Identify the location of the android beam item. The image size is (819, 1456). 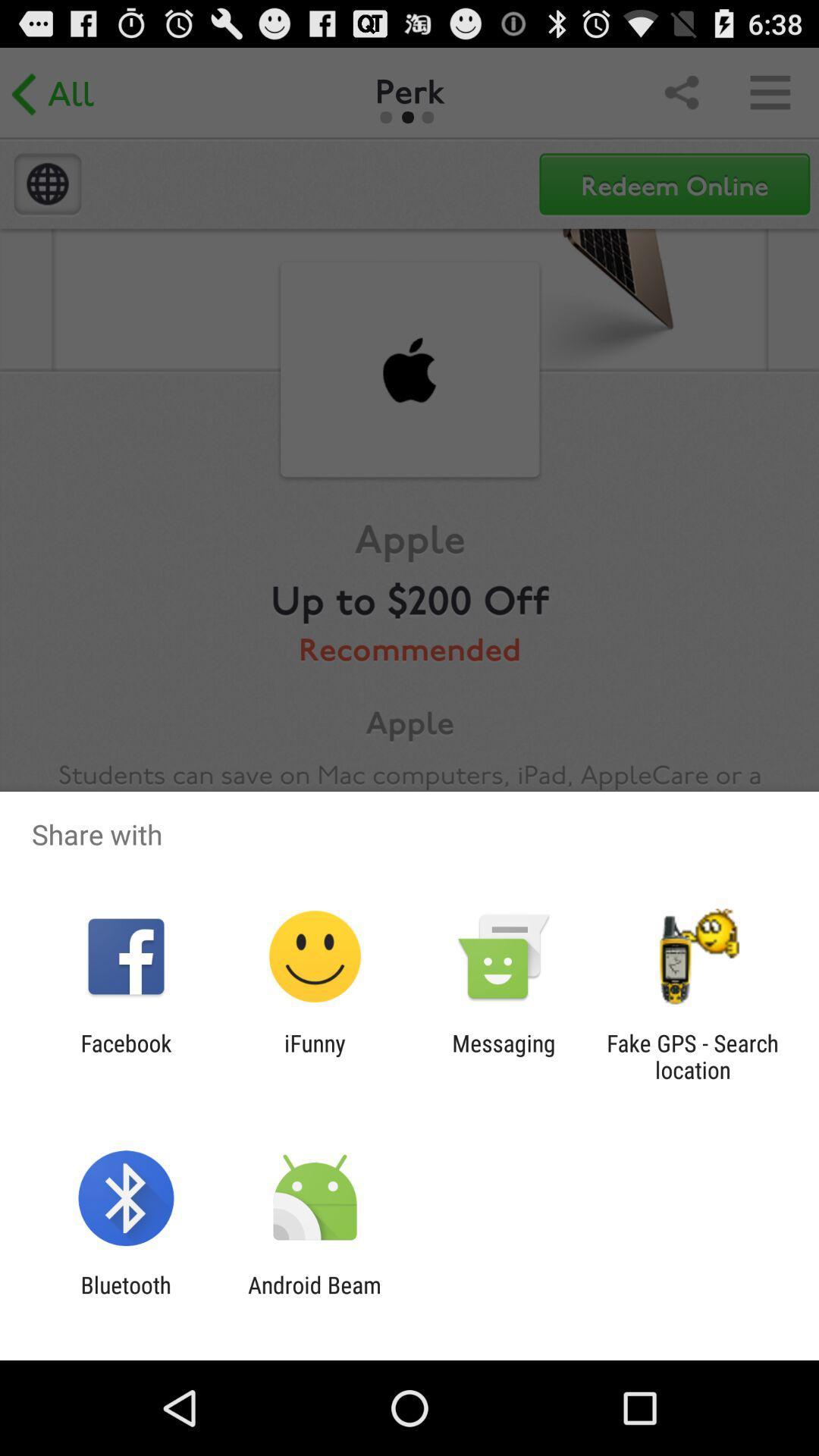
(314, 1298).